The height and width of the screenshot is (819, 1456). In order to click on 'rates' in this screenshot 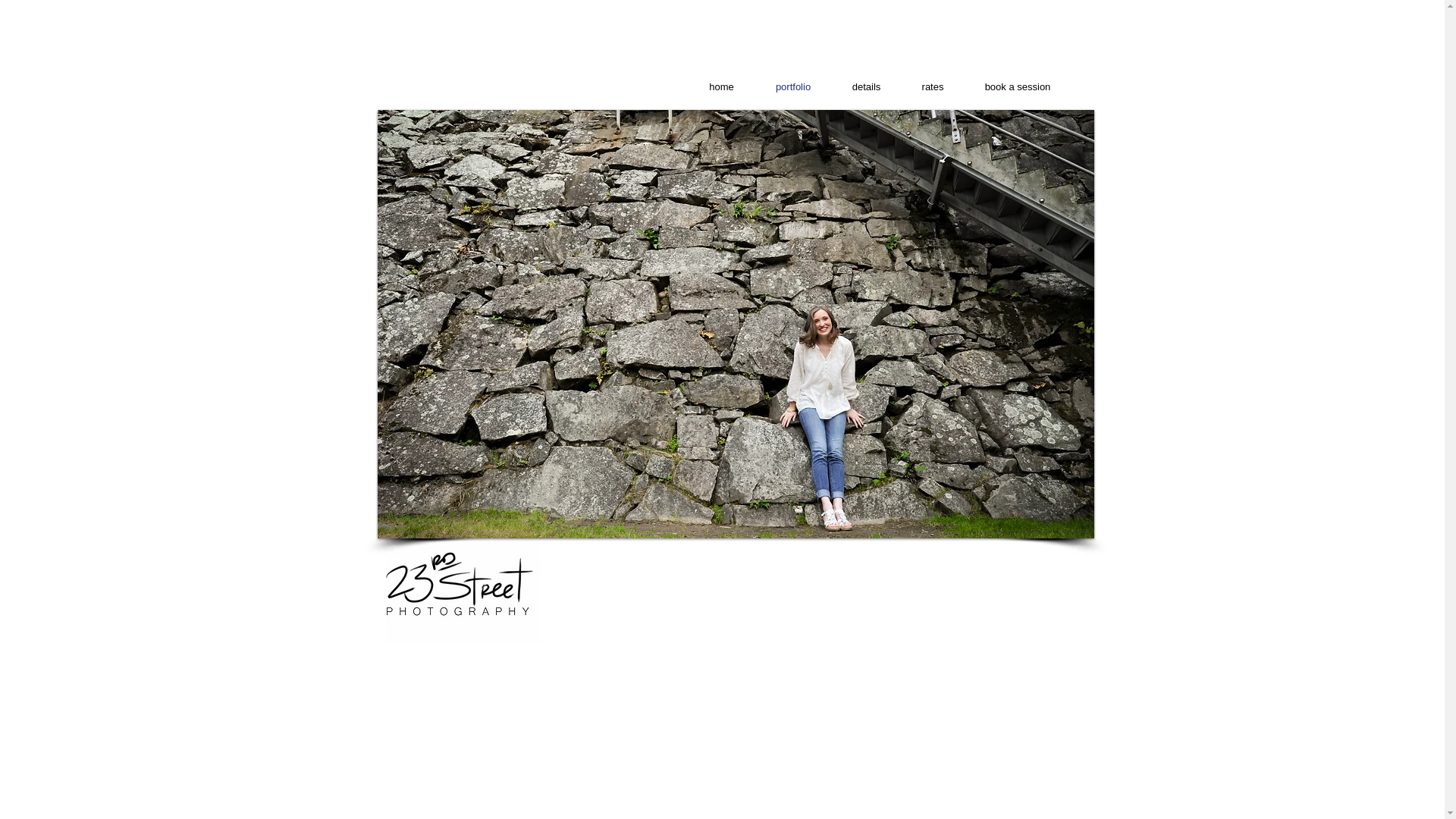, I will do `click(901, 87)`.